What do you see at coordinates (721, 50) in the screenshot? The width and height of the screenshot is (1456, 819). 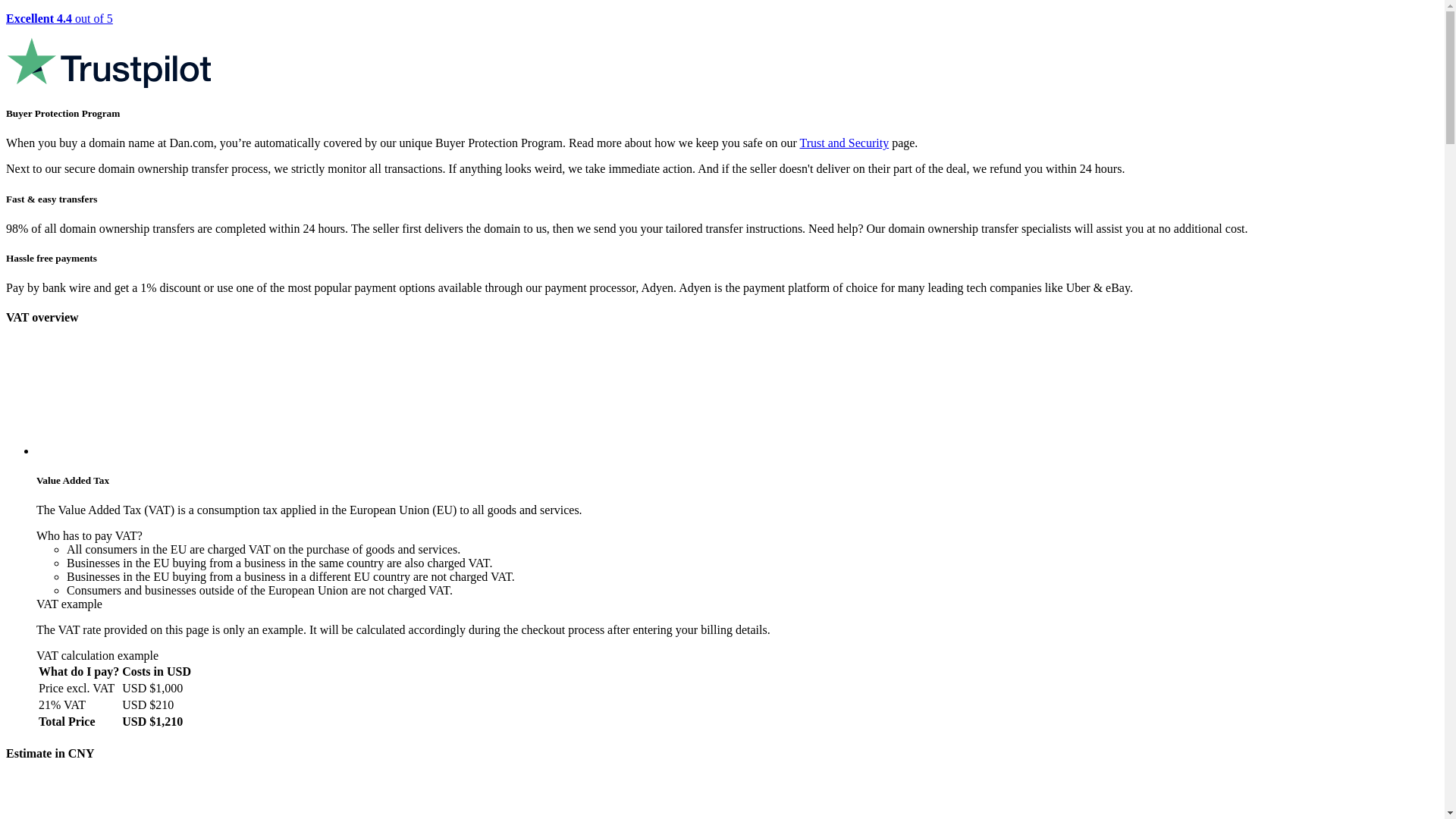 I see `'Excellent 4.4 out of 5'` at bounding box center [721, 50].